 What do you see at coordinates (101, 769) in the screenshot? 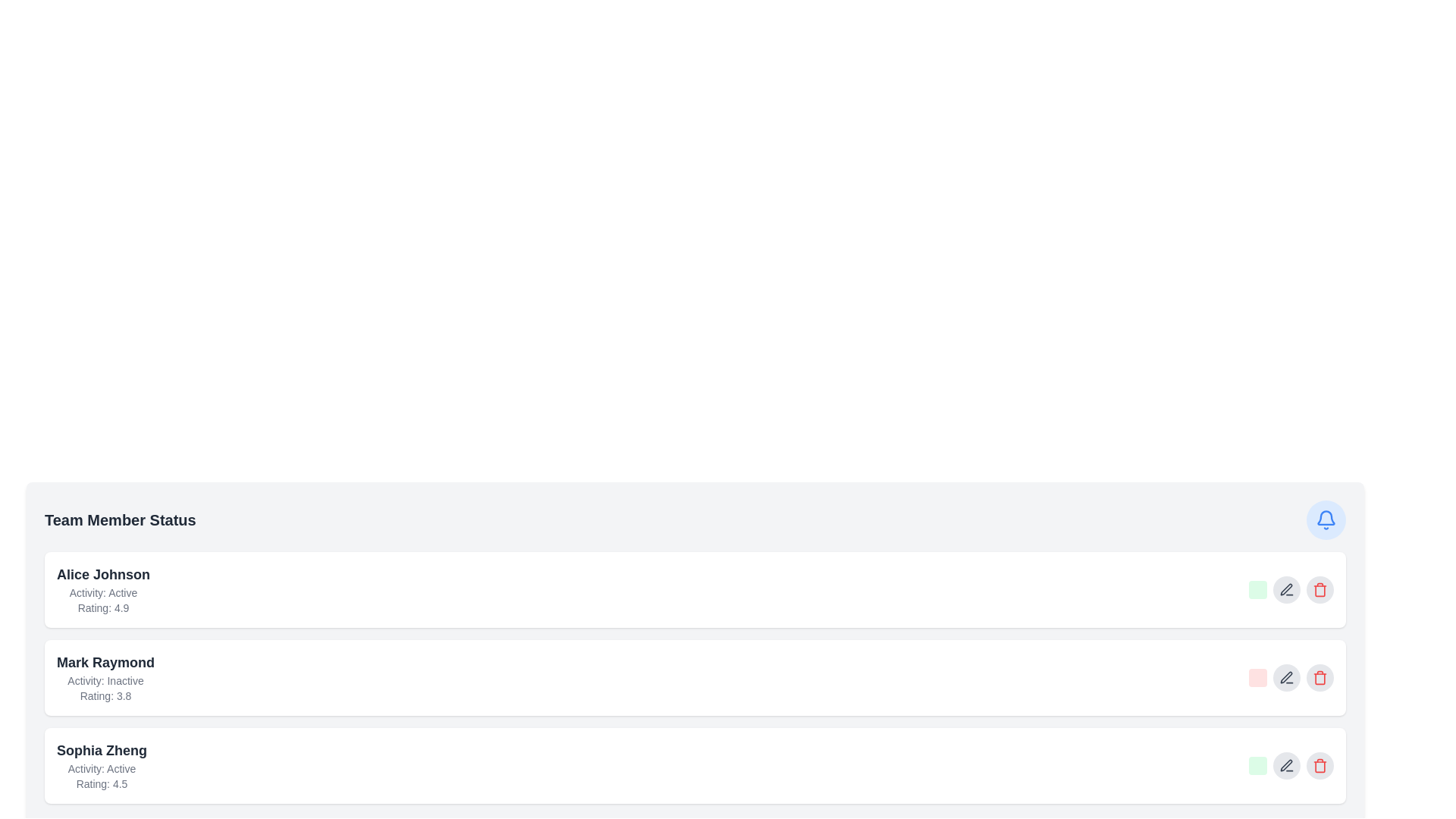
I see `the text label displaying 'Activity: Active' for the person 'Sophia Zheng', which is styled in small gray font and located below her name in the 'Team Member Status' panel` at bounding box center [101, 769].